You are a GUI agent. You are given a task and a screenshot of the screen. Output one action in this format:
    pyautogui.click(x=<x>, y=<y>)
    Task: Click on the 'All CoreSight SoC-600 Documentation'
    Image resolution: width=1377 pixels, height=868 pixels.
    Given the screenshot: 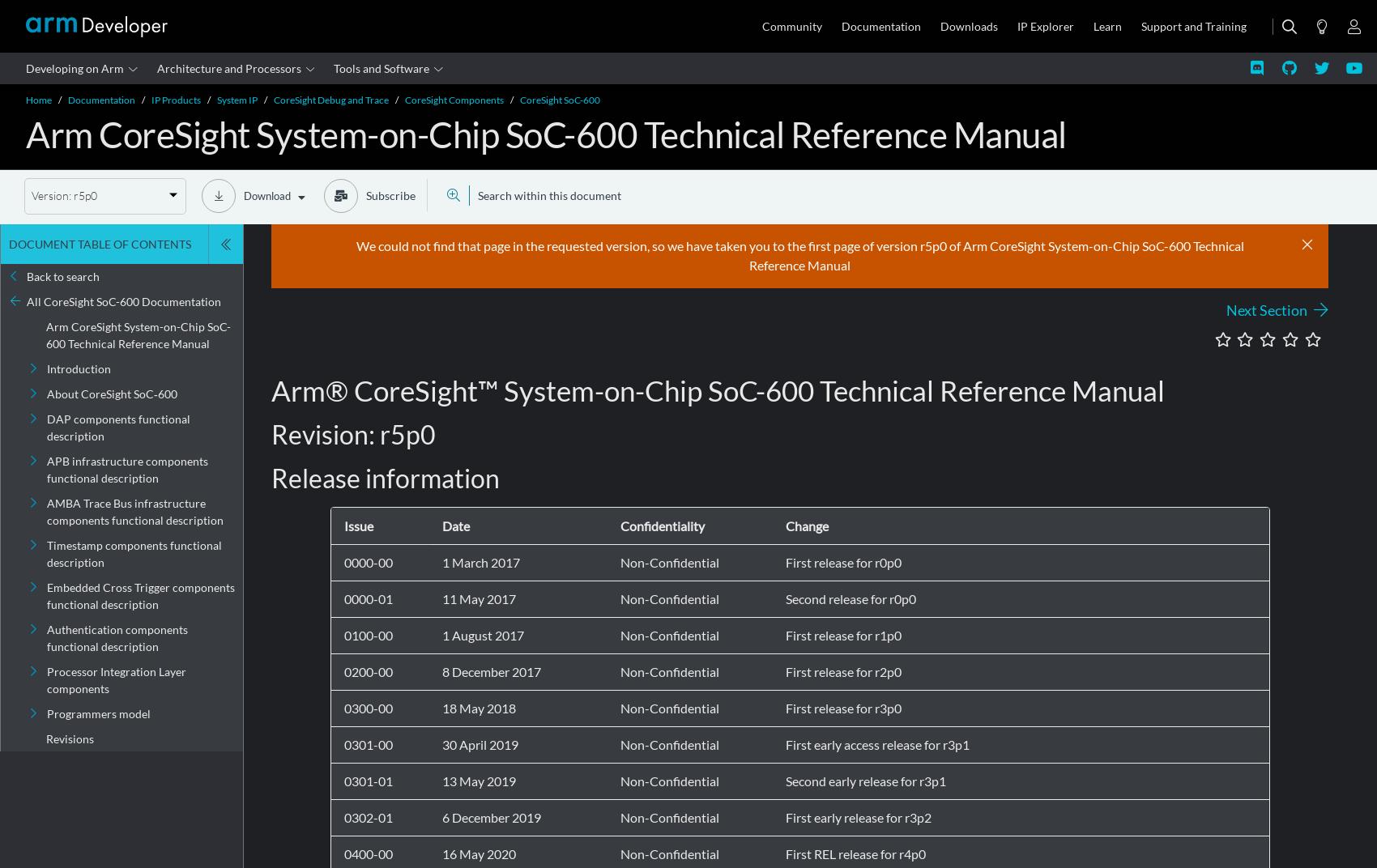 What is the action you would take?
    pyautogui.click(x=123, y=301)
    